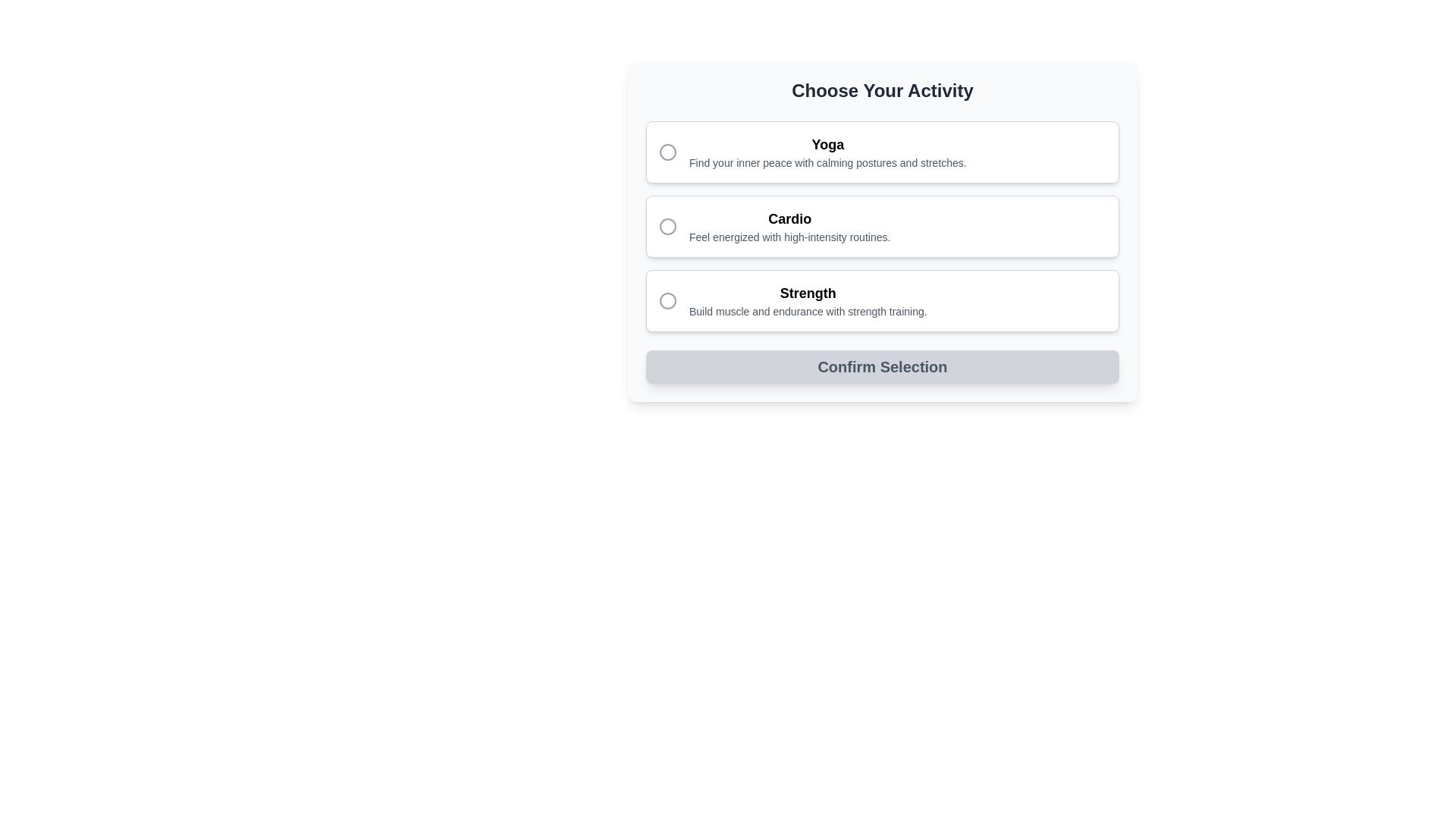  Describe the element at coordinates (882, 90) in the screenshot. I see `the header Text label that instructs the user to select an activity, positioned at the top center of its containing card structure` at that location.